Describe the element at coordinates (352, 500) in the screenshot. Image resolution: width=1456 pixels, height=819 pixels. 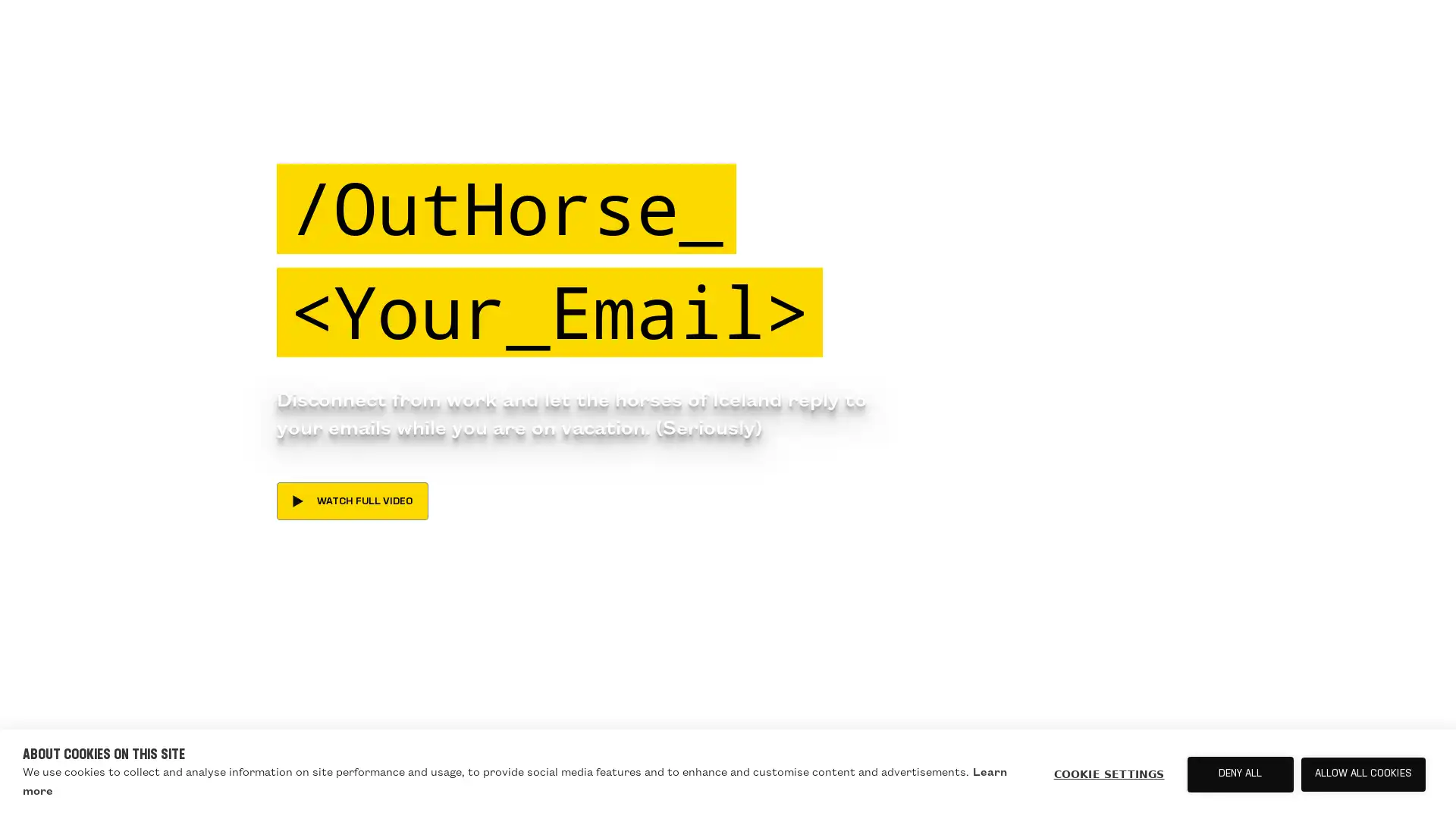
I see `WATCH FULL VIDEO` at that location.